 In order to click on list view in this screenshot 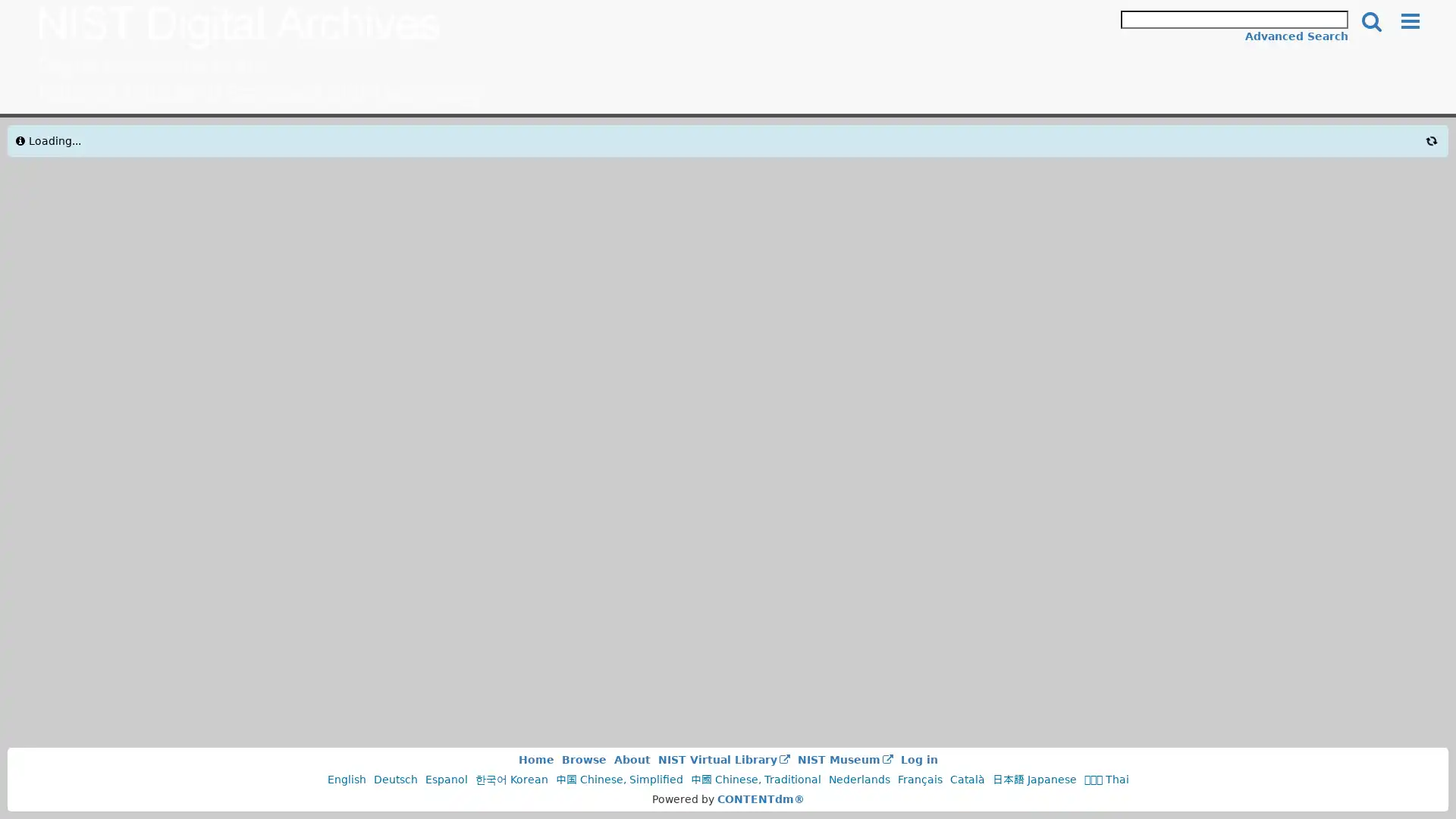, I will do `click(1107, 149)`.